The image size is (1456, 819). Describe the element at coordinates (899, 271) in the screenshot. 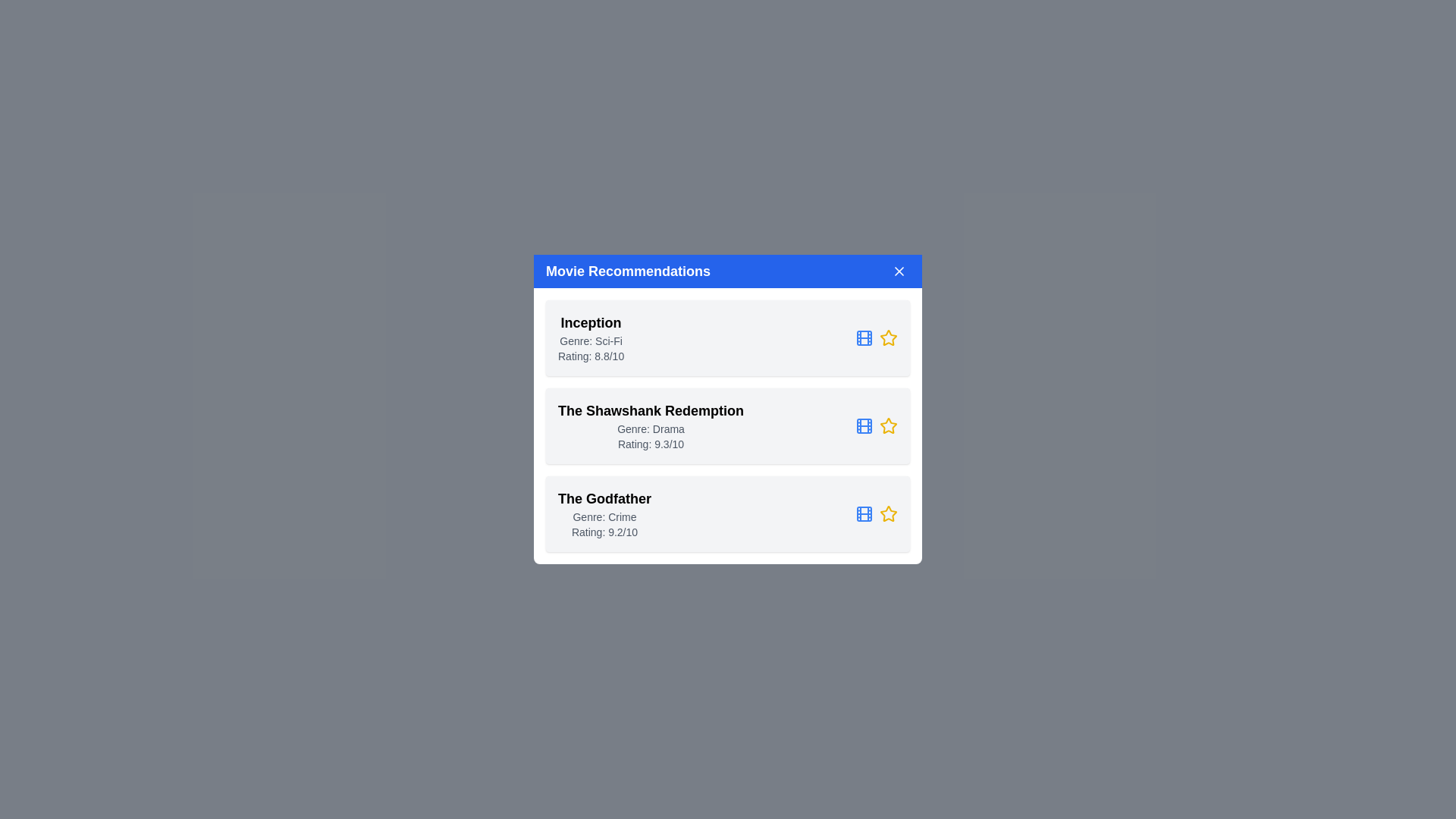

I see `the close button in the header to close the dialog` at that location.